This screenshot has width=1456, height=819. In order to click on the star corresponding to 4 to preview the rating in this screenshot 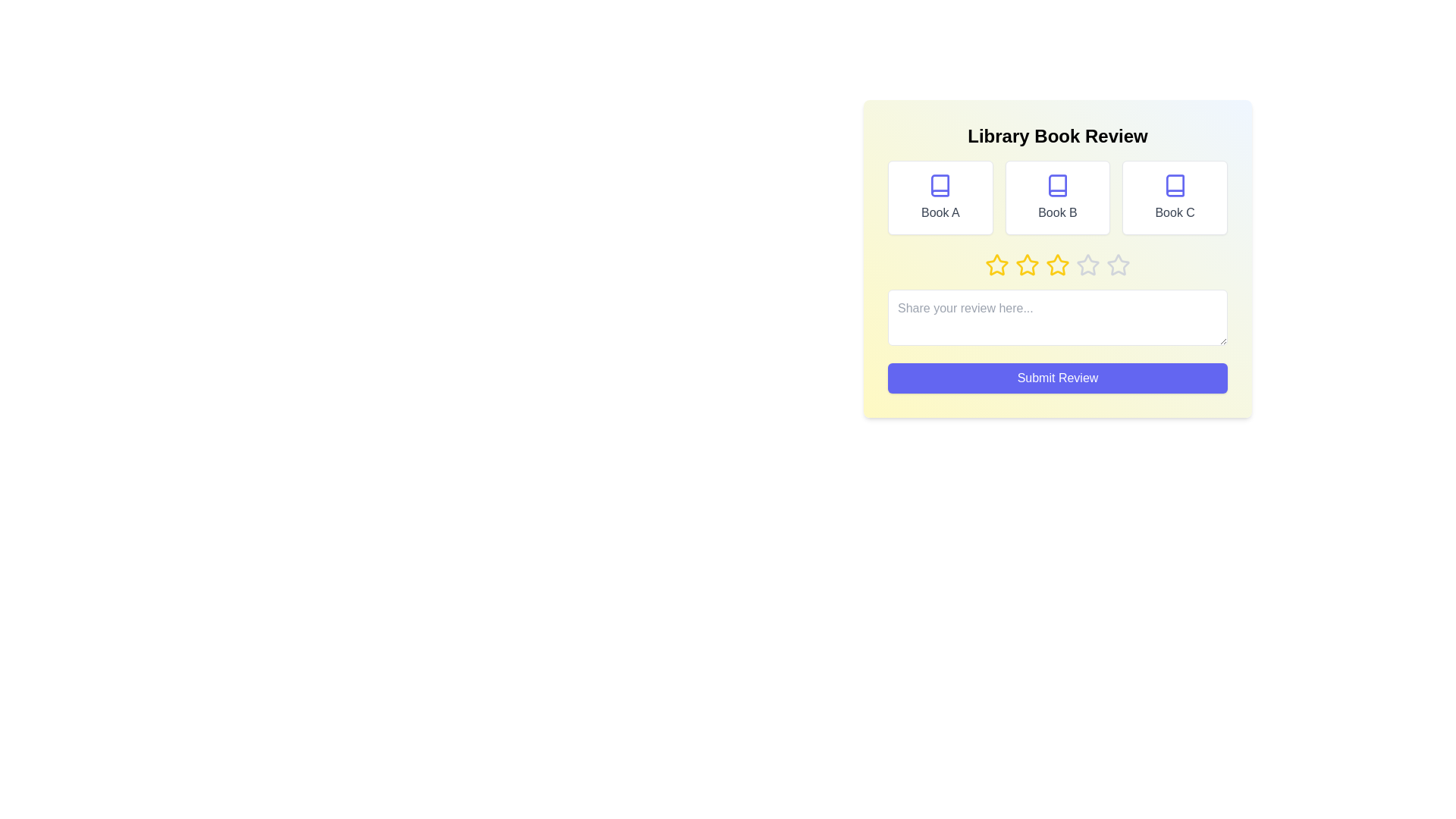, I will do `click(1087, 265)`.